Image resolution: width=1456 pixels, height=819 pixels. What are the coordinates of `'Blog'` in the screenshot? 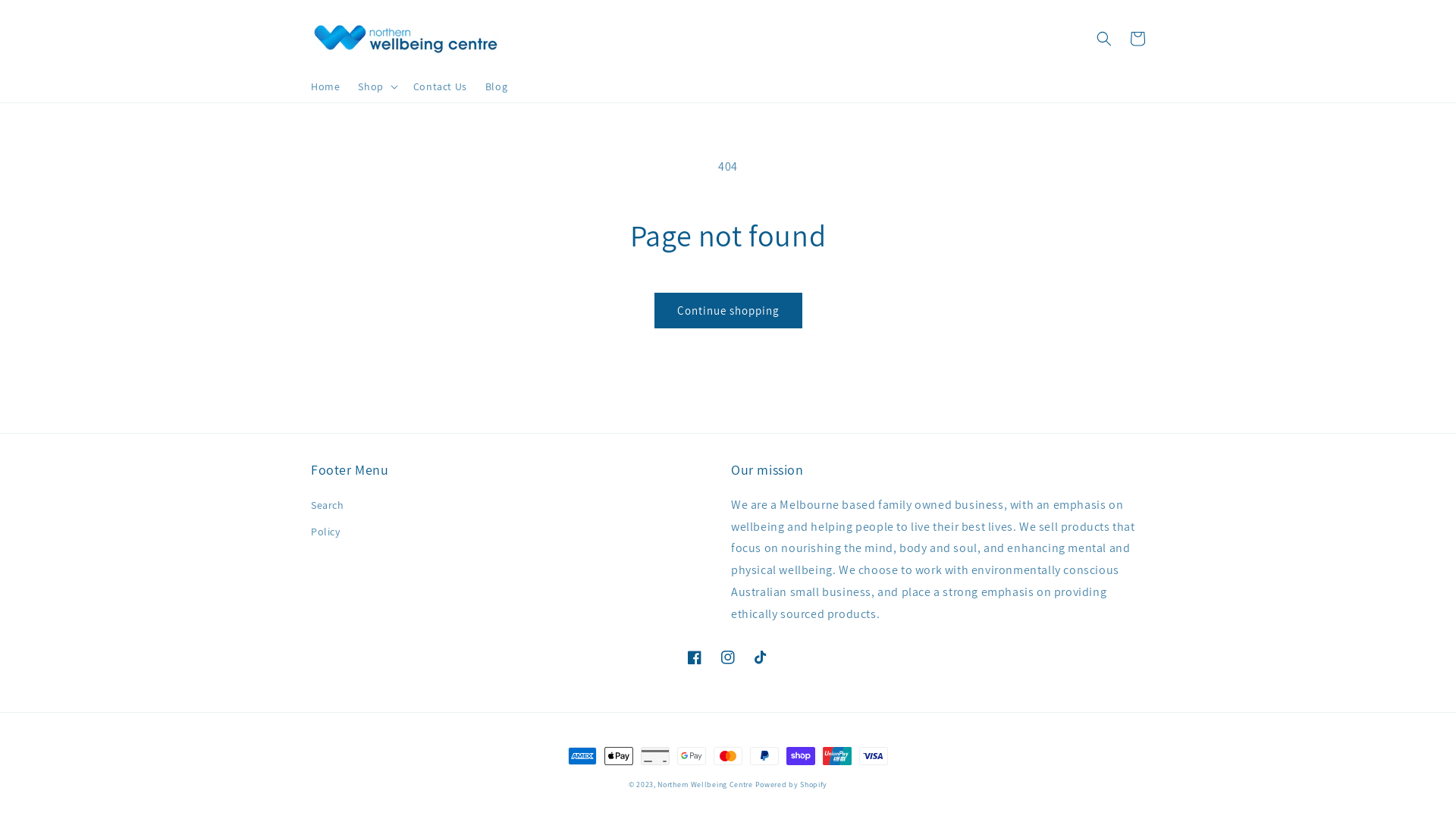 It's located at (496, 85).